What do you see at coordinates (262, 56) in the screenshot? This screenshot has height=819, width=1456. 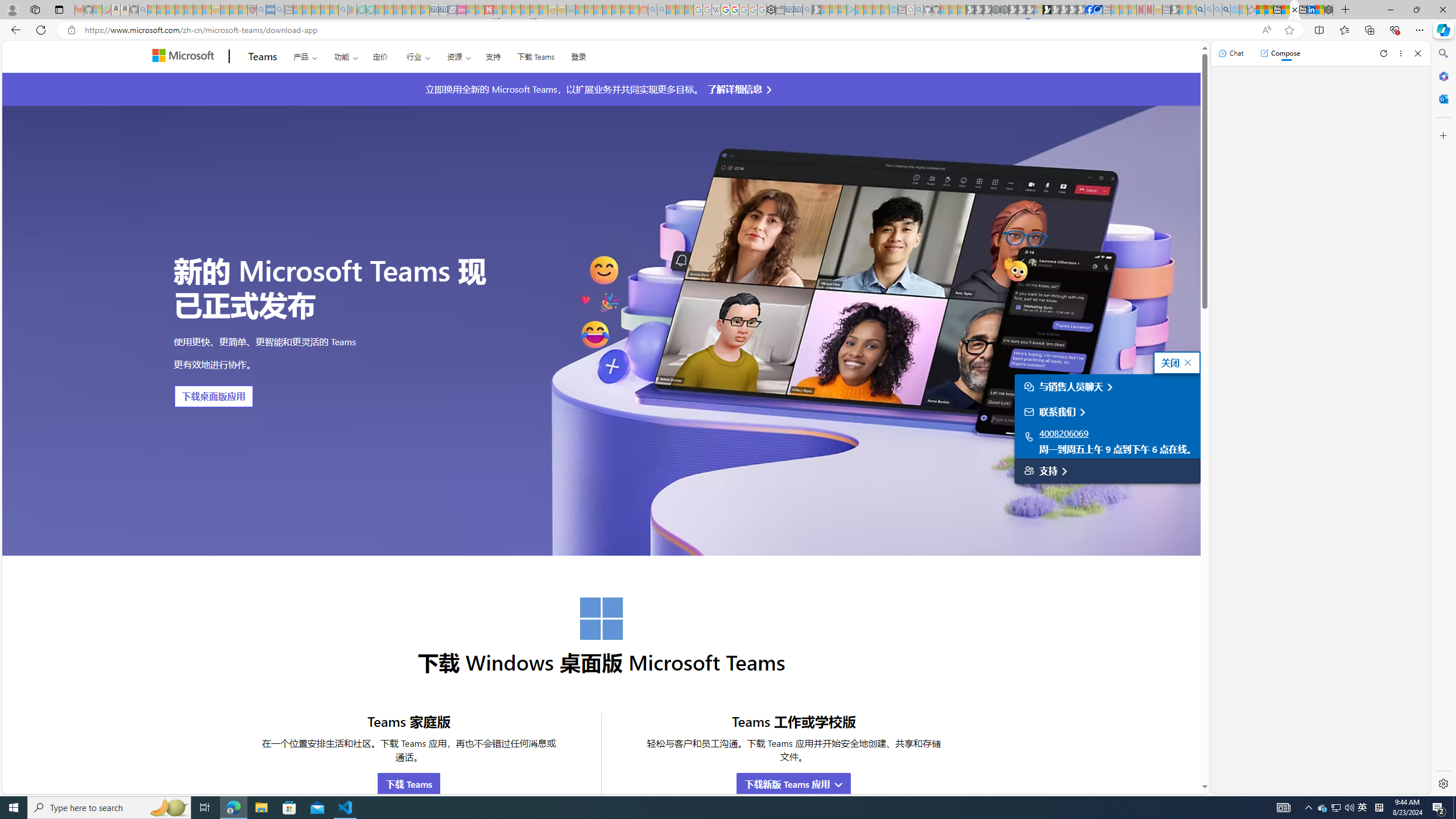 I see `'Teams'` at bounding box center [262, 56].